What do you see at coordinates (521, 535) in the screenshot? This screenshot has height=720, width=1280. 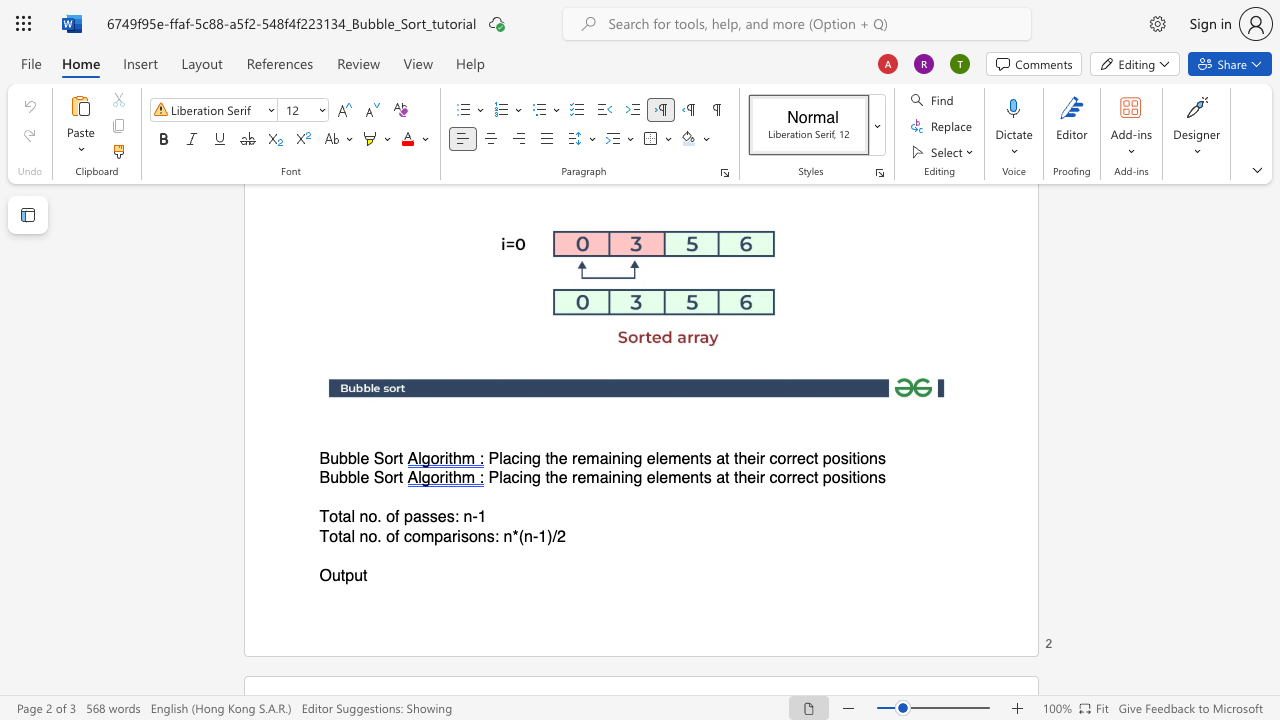 I see `the 1th character "(" in the text` at bounding box center [521, 535].